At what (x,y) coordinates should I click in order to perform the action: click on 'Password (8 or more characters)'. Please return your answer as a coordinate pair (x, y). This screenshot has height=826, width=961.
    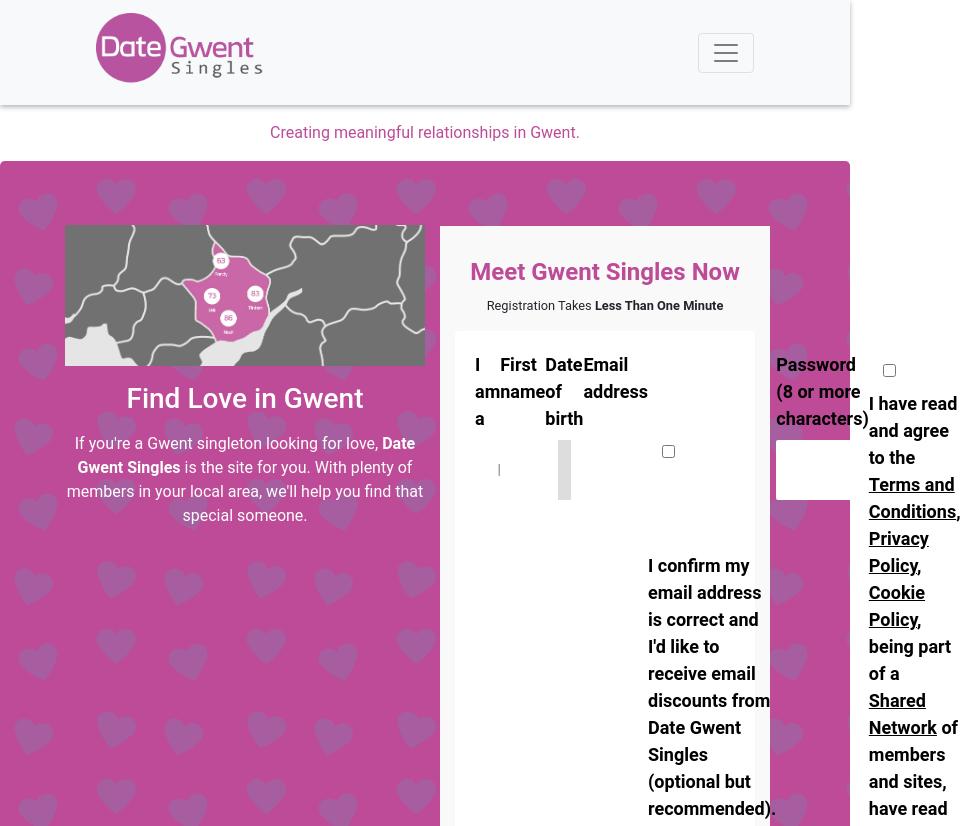
    Looking at the image, I should click on (822, 390).